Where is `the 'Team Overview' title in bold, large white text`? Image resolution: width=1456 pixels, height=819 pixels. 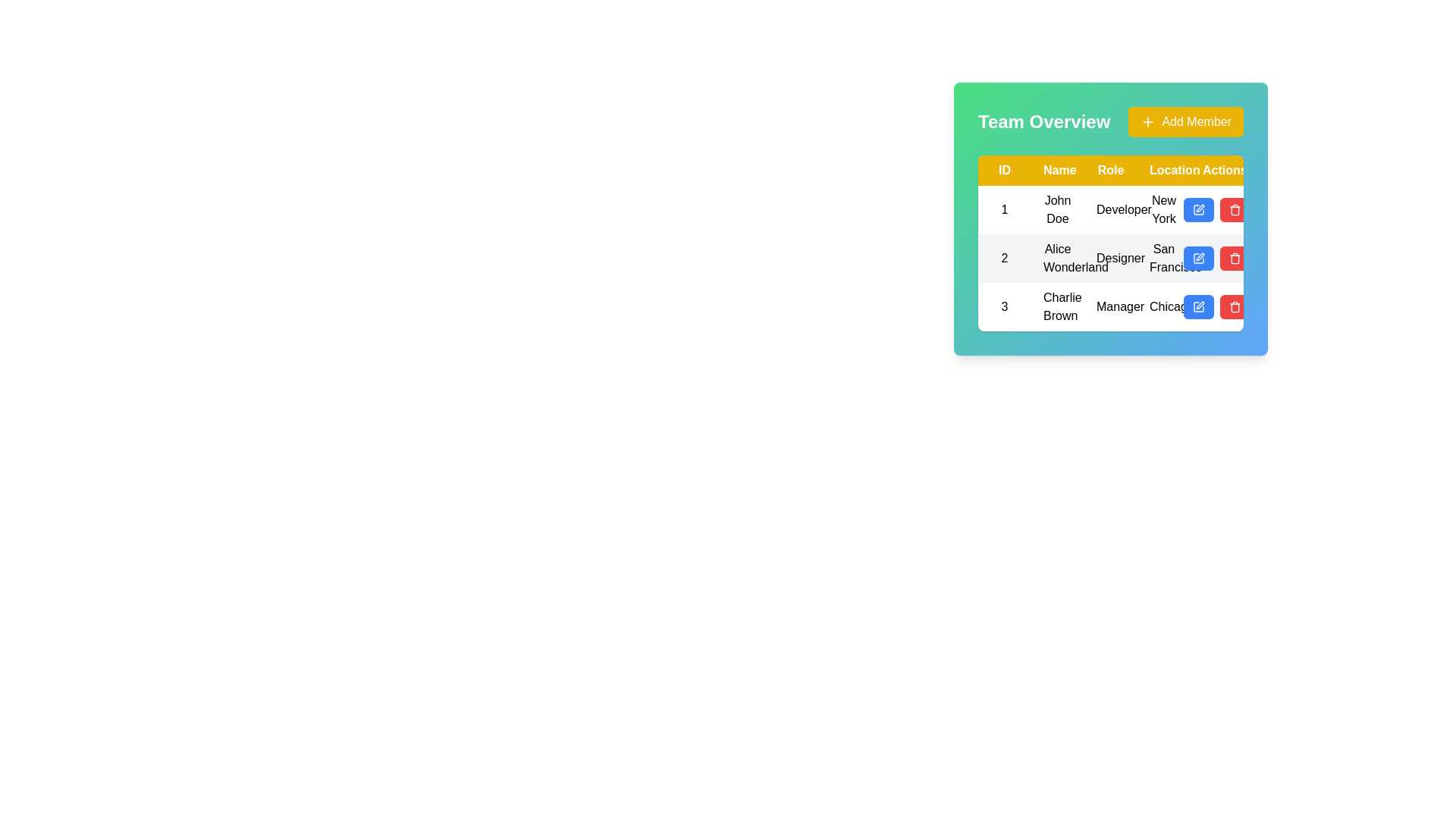
the 'Team Overview' title in bold, large white text is located at coordinates (1110, 121).